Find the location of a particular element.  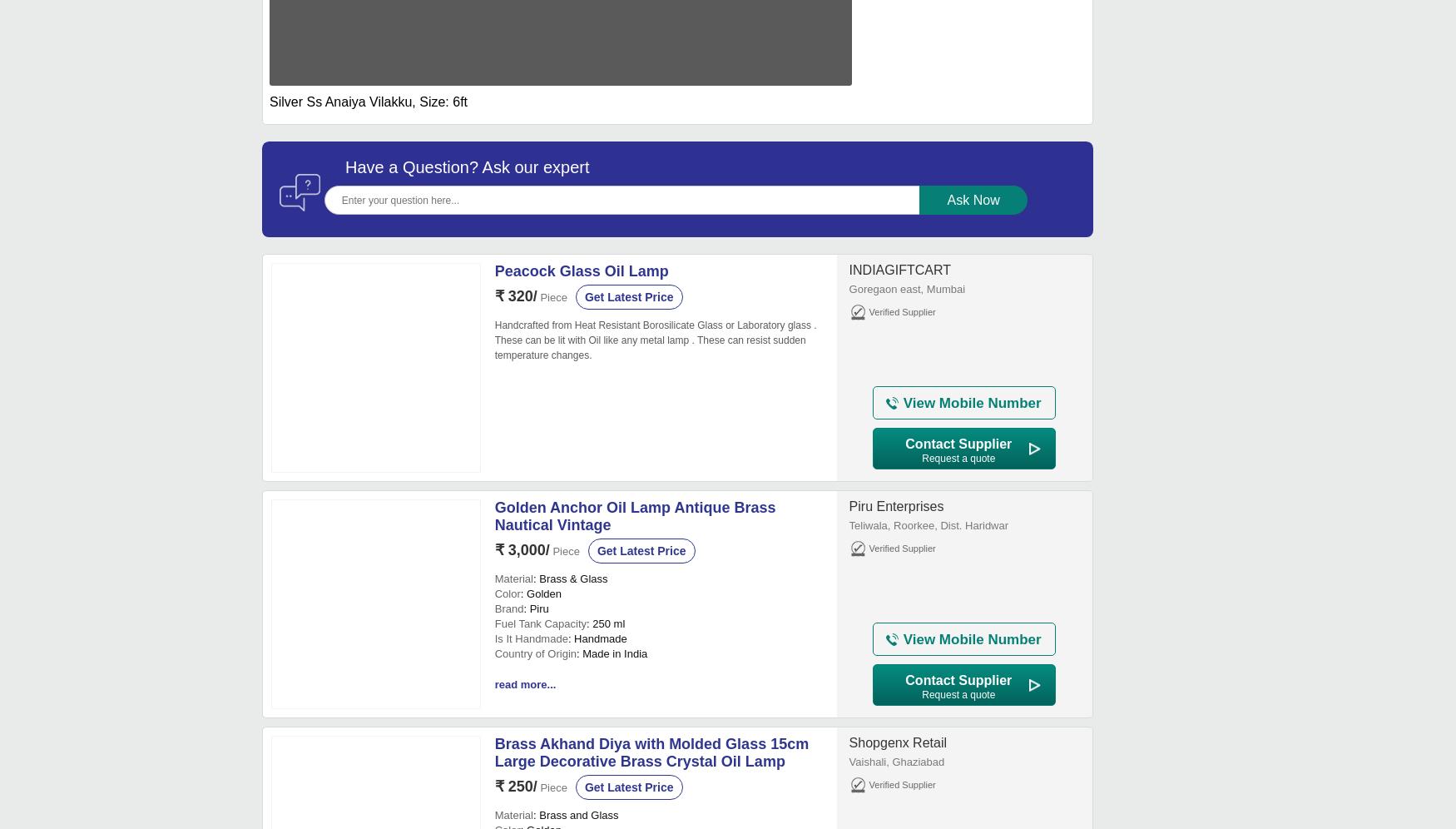

'Goregaon east, Mumbai' is located at coordinates (848, 289).